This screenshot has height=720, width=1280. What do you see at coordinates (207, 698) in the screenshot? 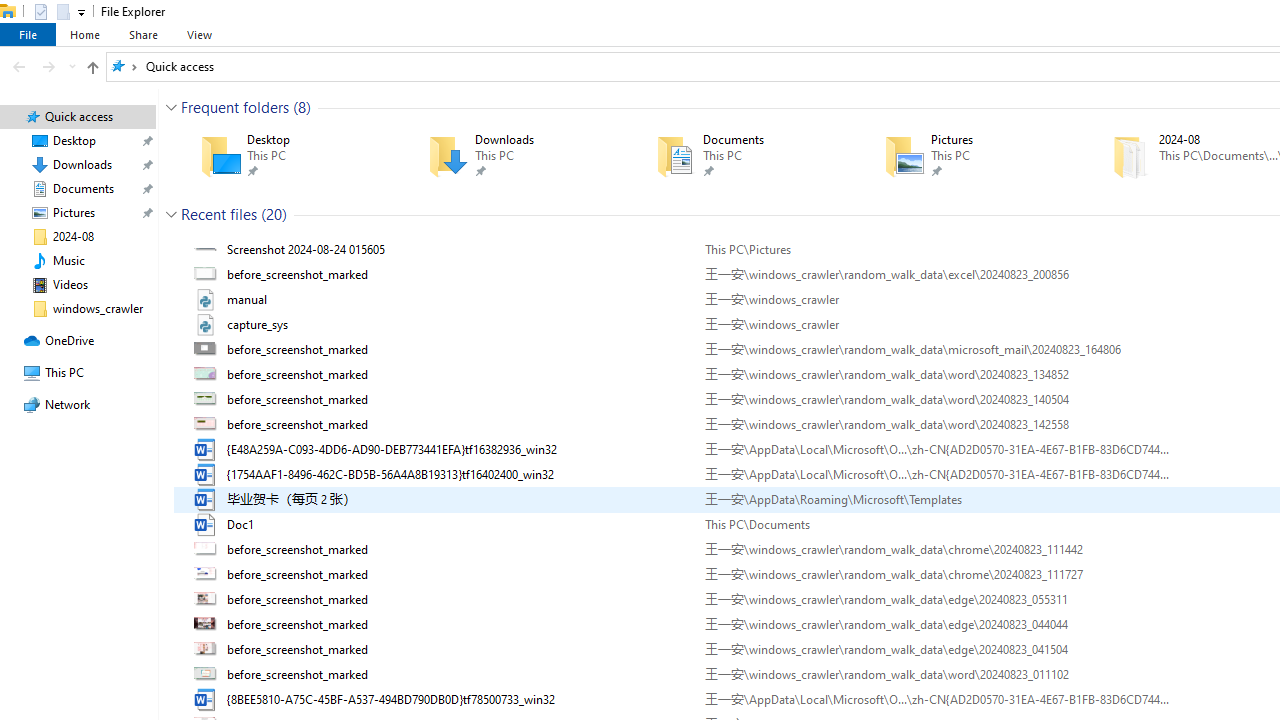
I see `'Class: UIImage'` at bounding box center [207, 698].